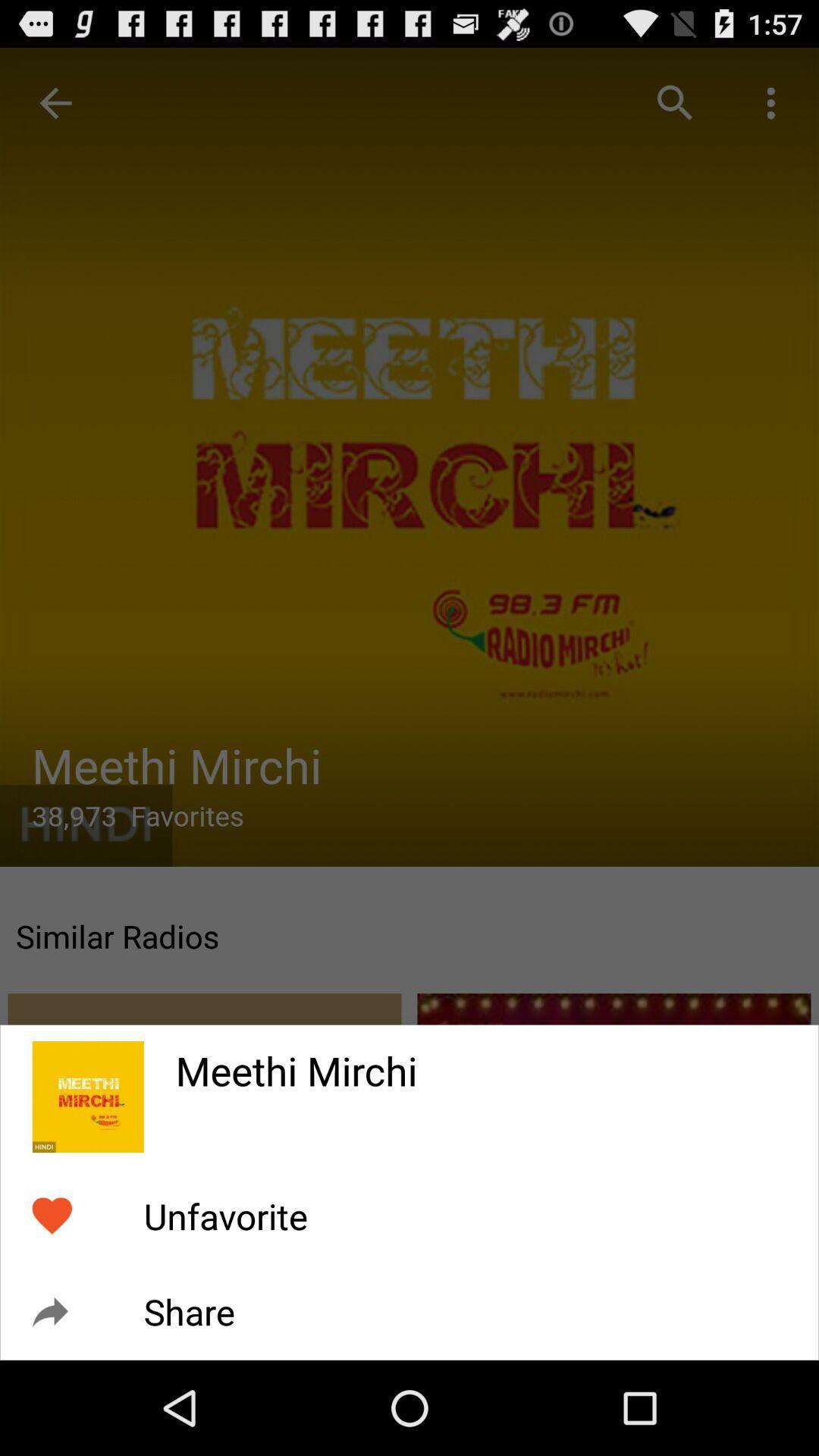 This screenshot has width=819, height=1456. I want to click on the share, so click(188, 1311).